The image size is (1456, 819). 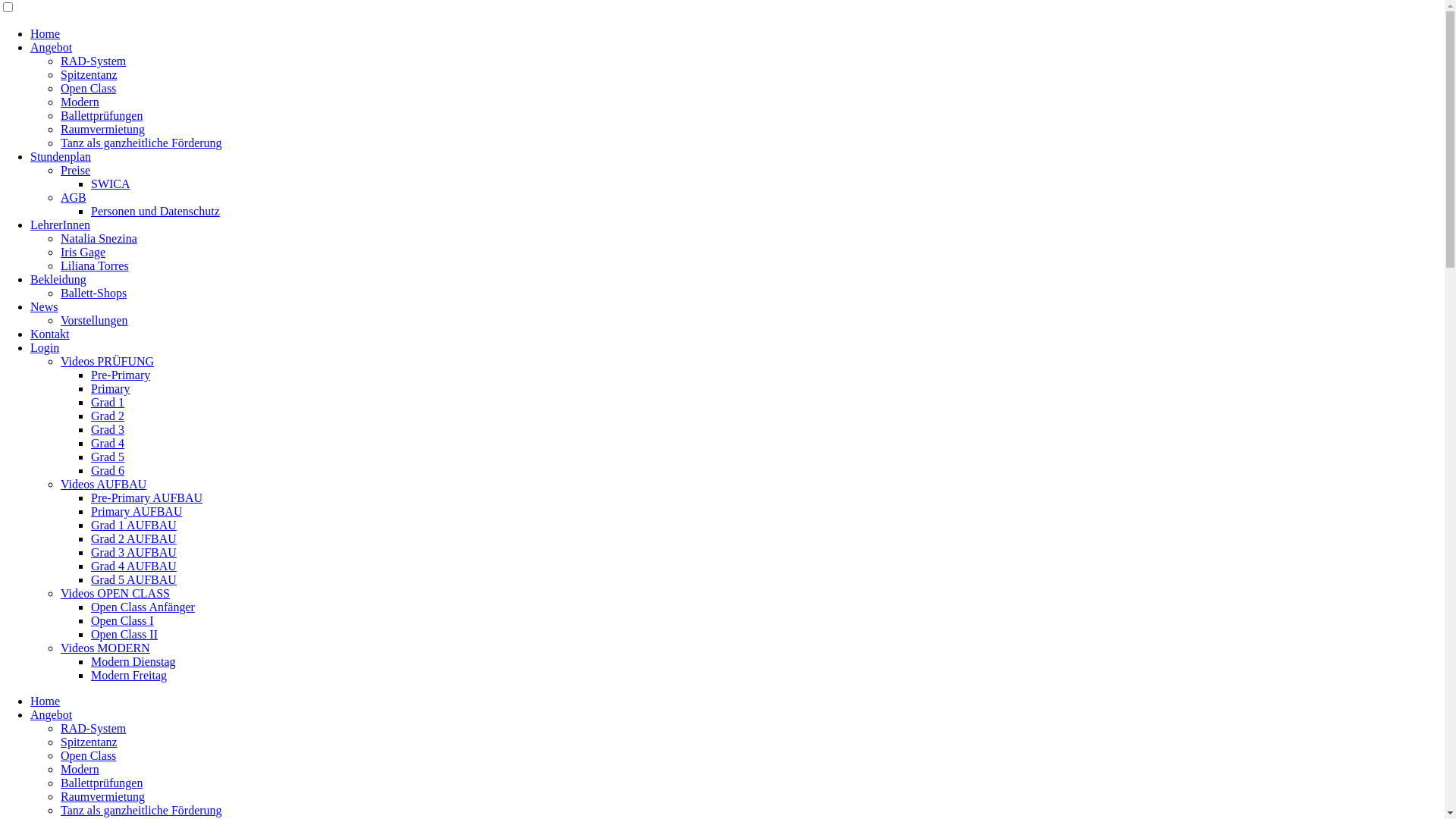 I want to click on 'Angebot', so click(x=51, y=714).